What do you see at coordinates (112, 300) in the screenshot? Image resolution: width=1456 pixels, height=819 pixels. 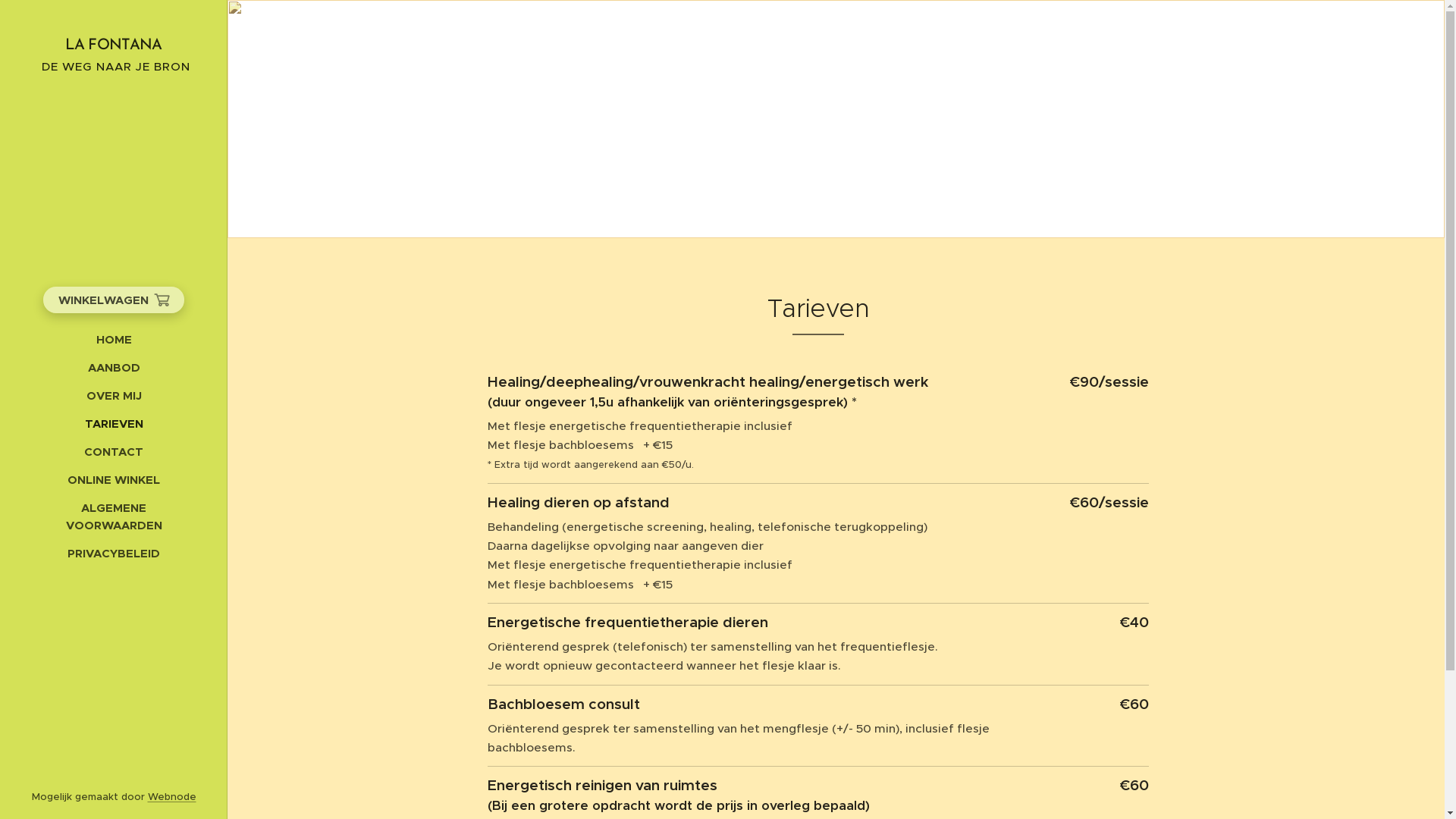 I see `'WINKELWAGEN'` at bounding box center [112, 300].